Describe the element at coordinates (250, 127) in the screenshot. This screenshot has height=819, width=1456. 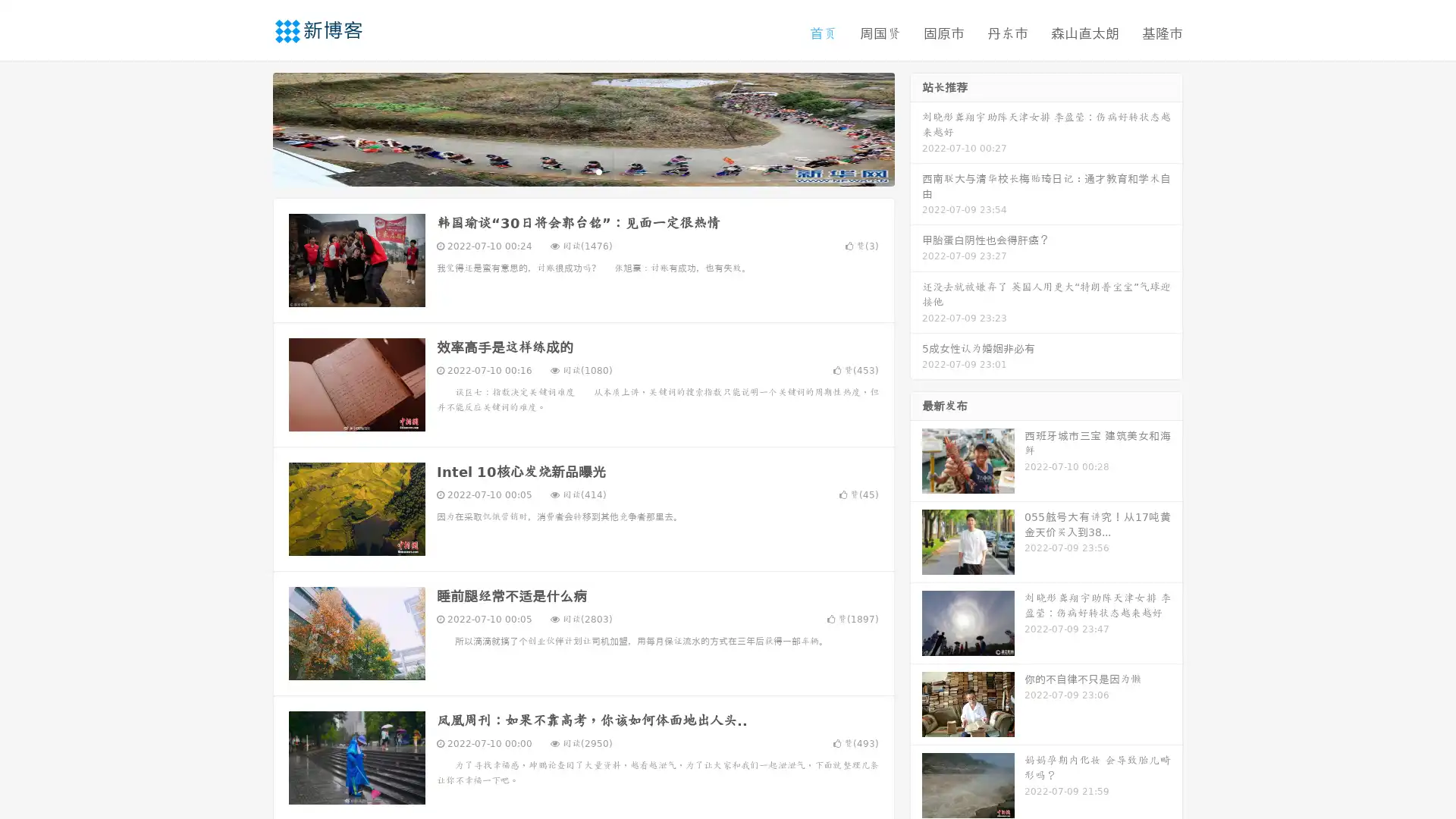
I see `Previous slide` at that location.